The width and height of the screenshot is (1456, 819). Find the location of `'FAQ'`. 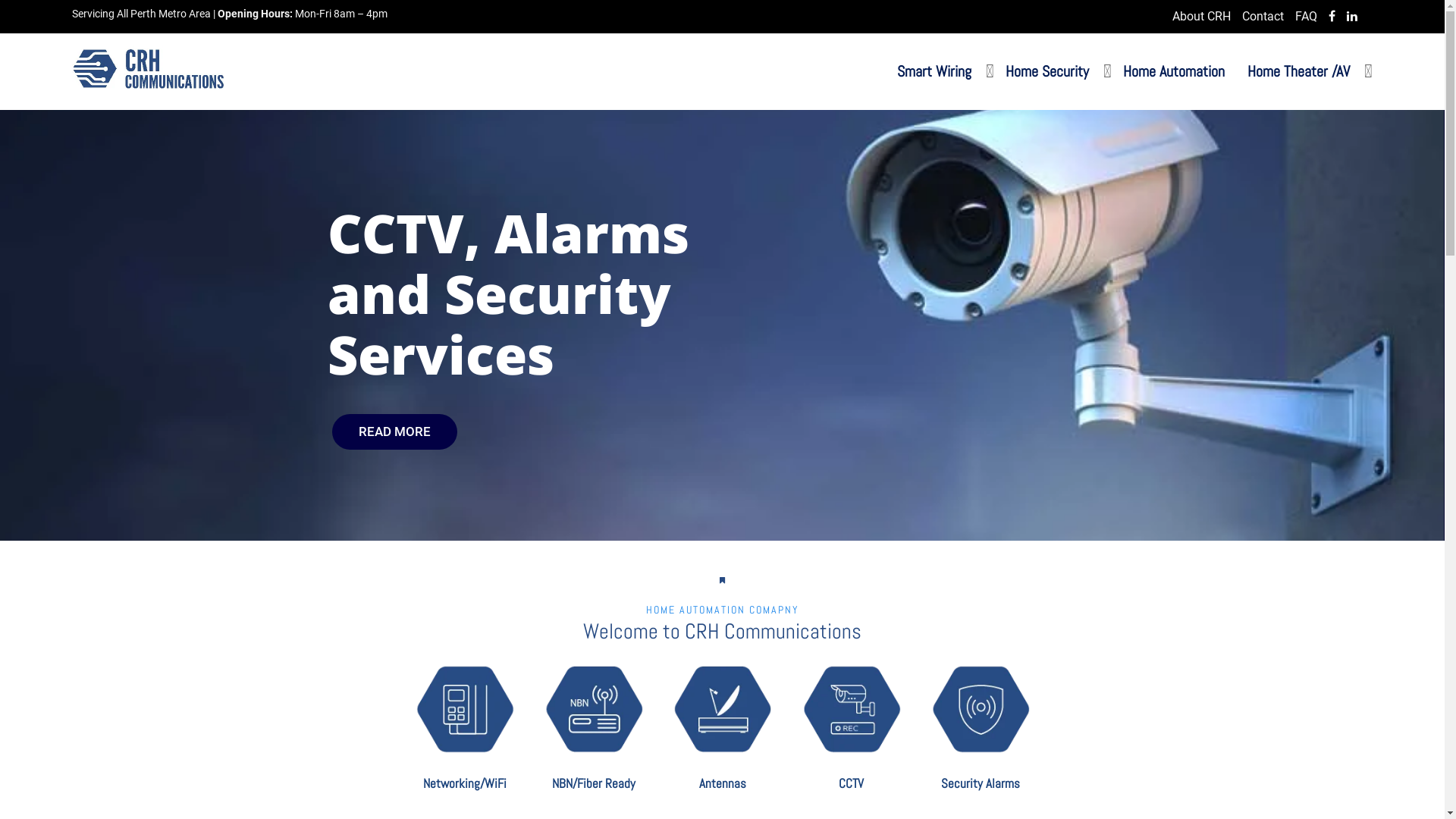

'FAQ' is located at coordinates (1294, 16).